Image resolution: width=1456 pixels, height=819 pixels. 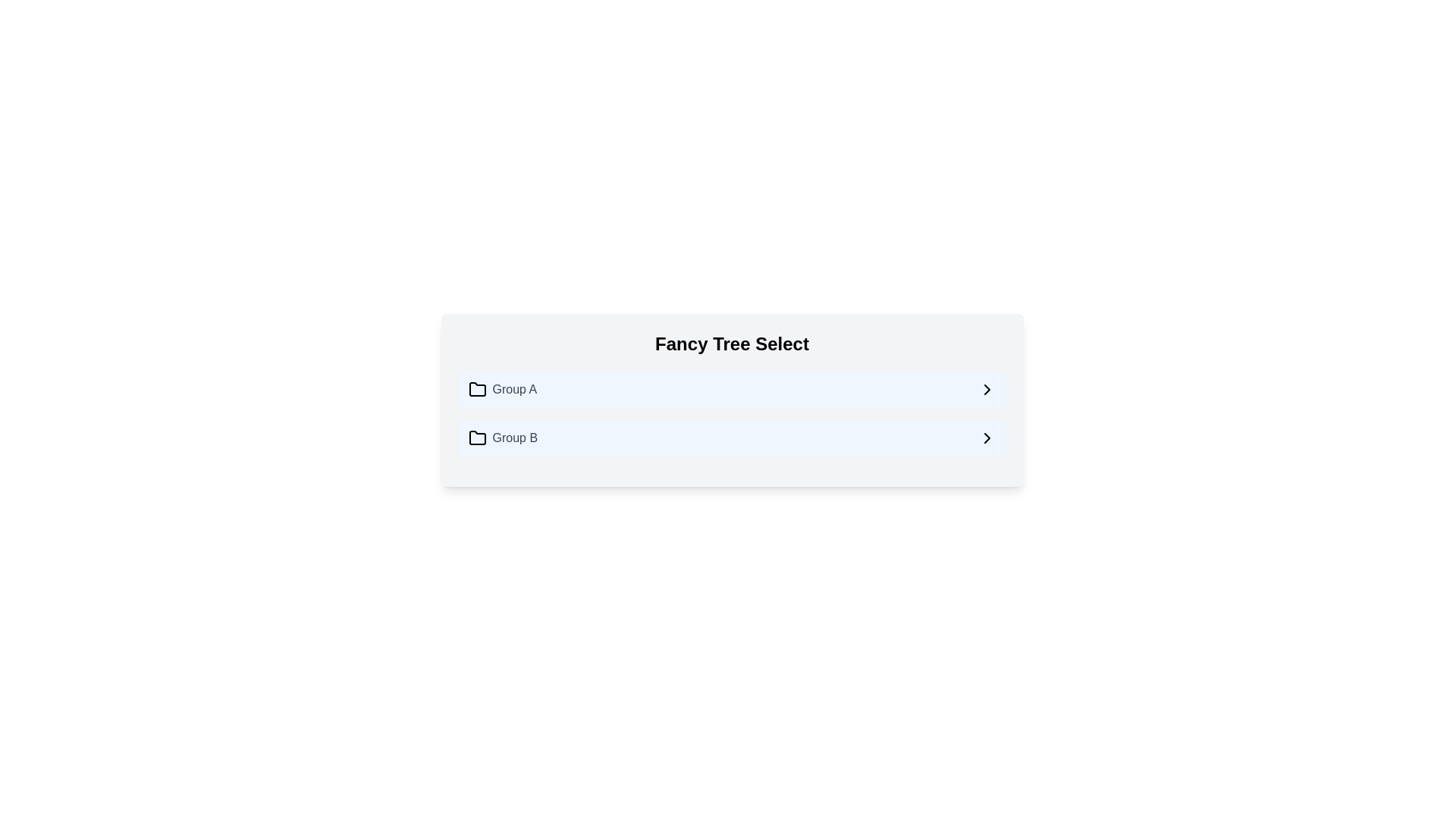 What do you see at coordinates (514, 388) in the screenshot?
I see `the static text label displaying 'Group A', which is styled with medium-sized gray font and positioned to the right of a folder icon in a vertical list layout` at bounding box center [514, 388].